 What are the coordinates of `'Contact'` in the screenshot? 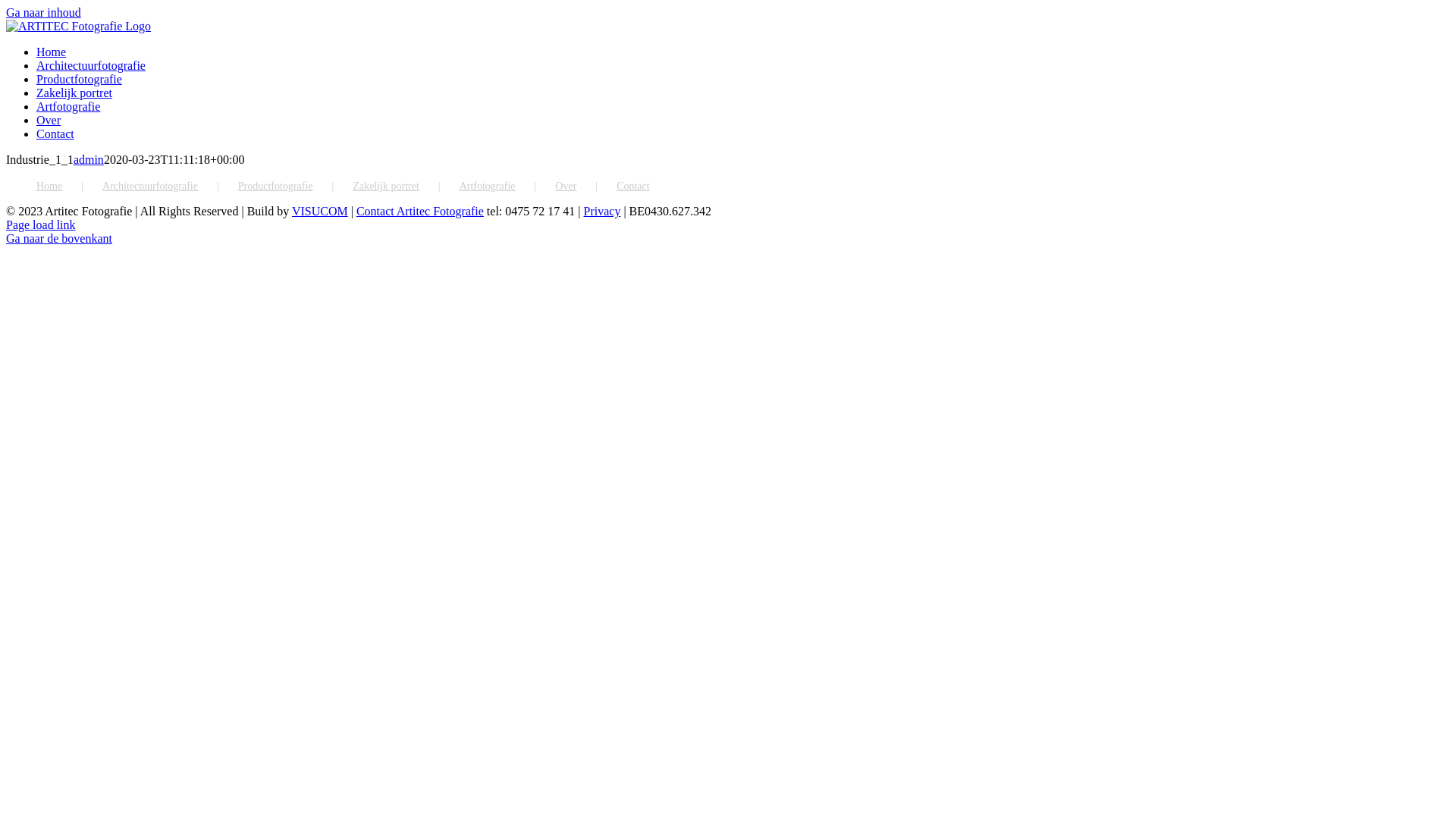 It's located at (55, 133).